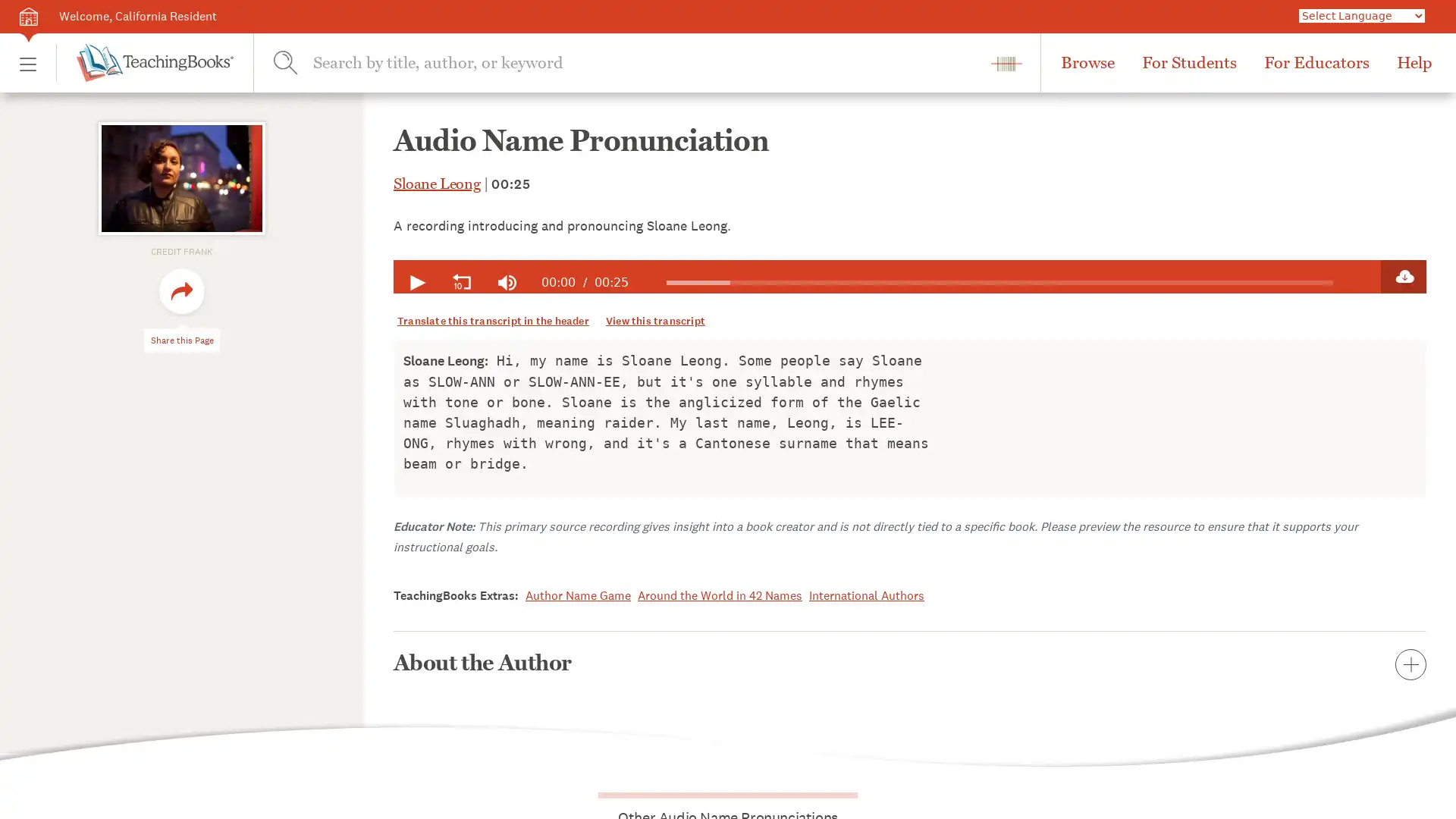  What do you see at coordinates (461, 283) in the screenshot?
I see `Rewind 10 Seconds` at bounding box center [461, 283].